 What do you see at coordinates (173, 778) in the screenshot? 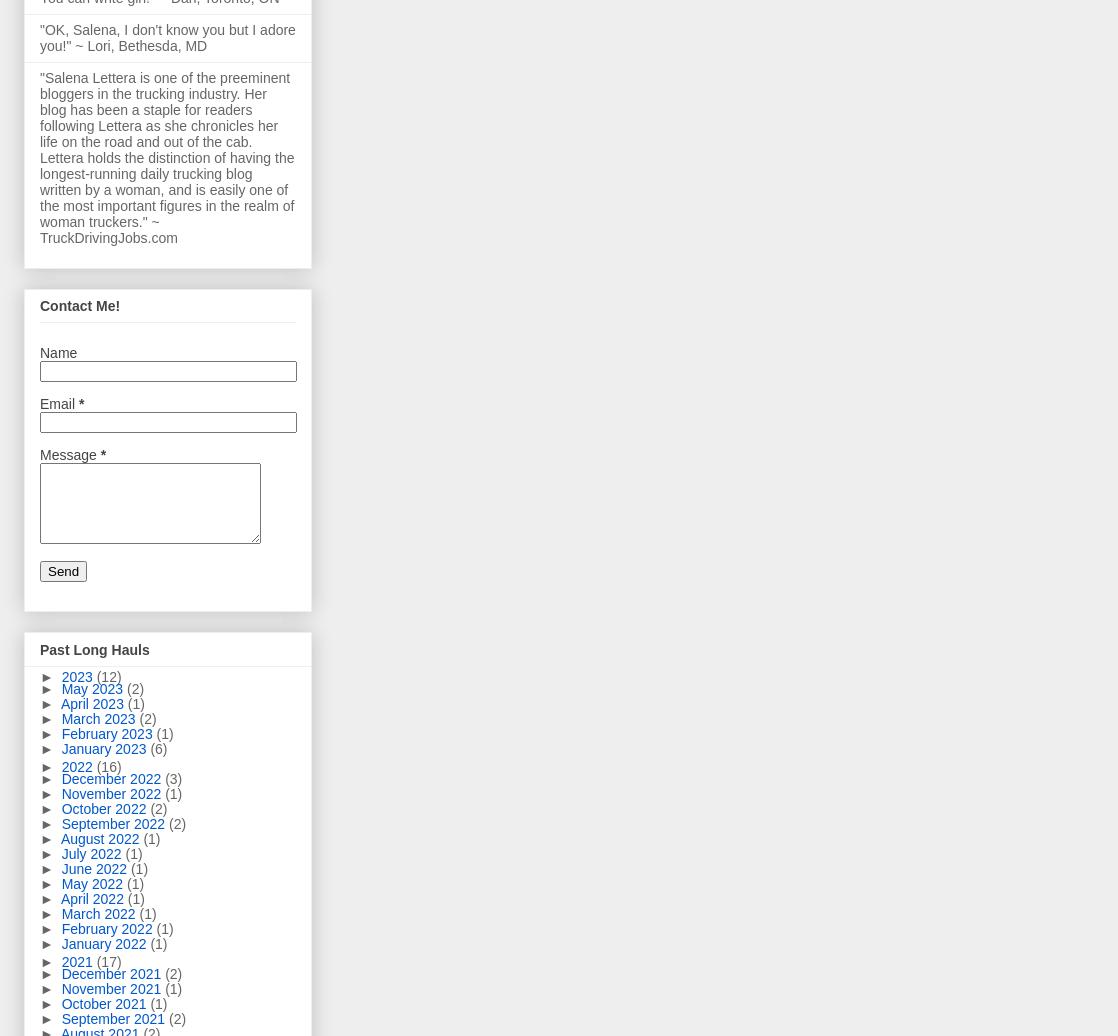
I see `'(3)'` at bounding box center [173, 778].